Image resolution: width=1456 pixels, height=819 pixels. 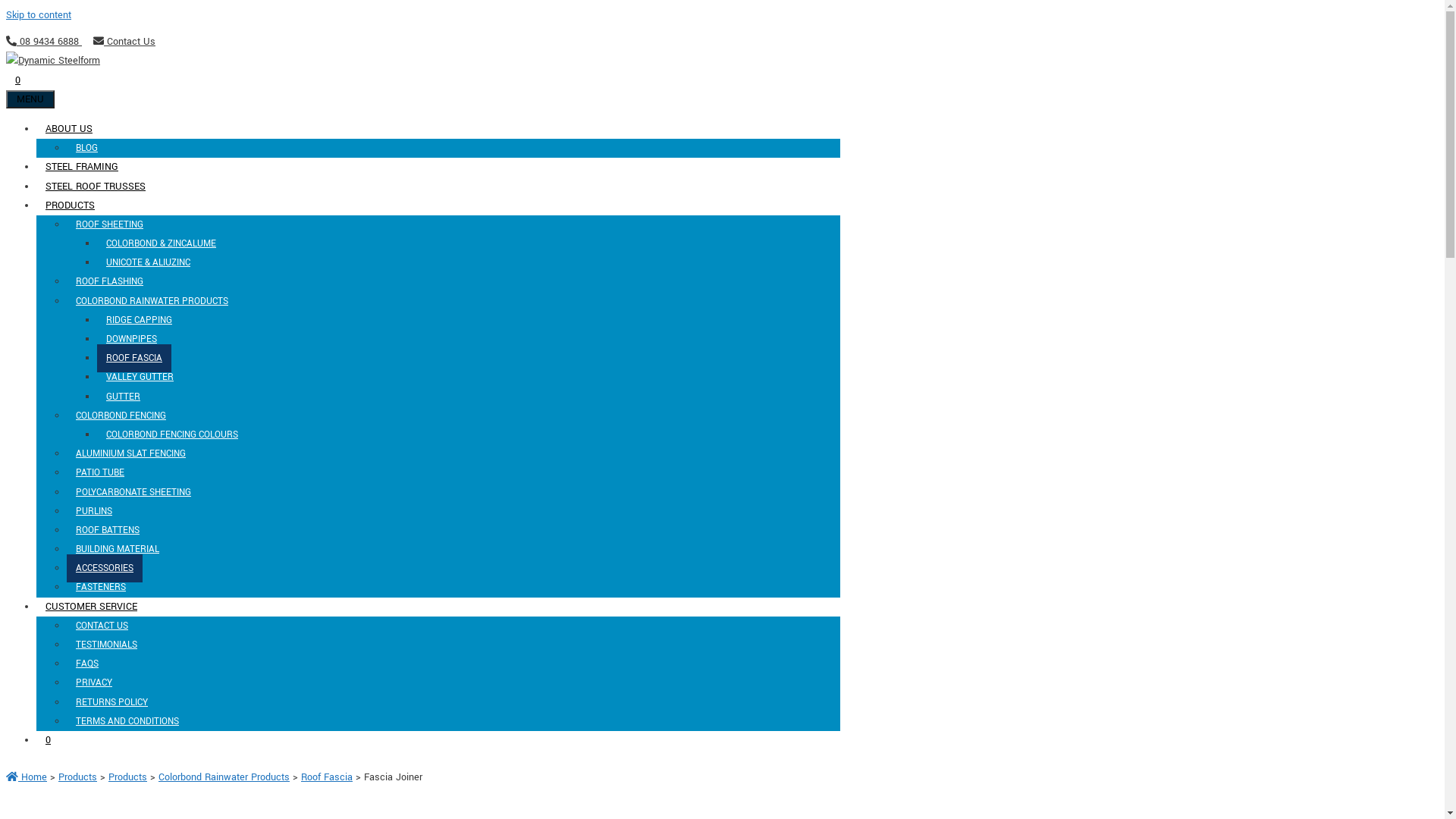 I want to click on 'ABOUT US', so click(x=72, y=127).